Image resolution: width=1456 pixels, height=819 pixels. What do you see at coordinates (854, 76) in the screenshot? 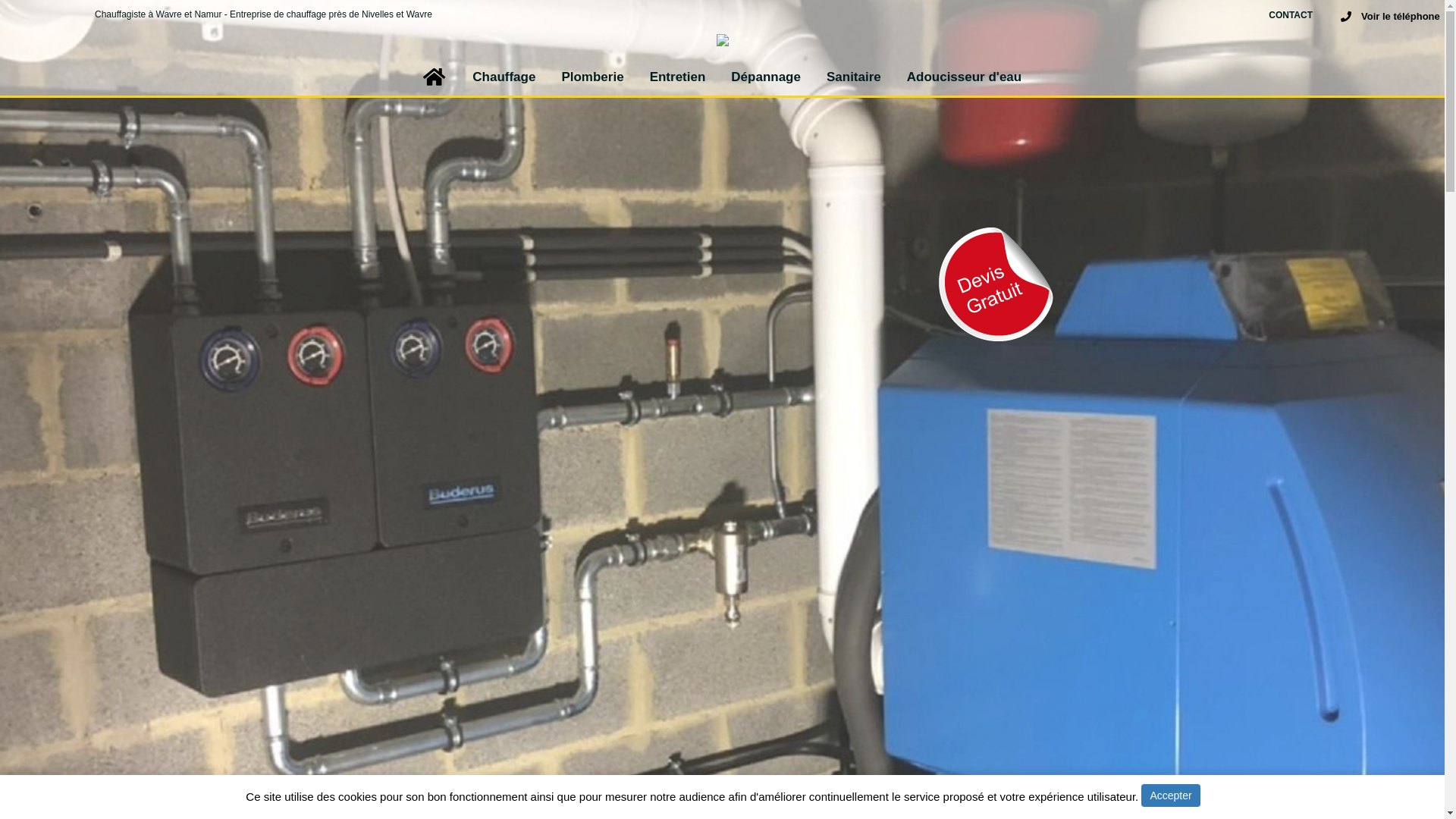
I see `'Sanitaire'` at bounding box center [854, 76].